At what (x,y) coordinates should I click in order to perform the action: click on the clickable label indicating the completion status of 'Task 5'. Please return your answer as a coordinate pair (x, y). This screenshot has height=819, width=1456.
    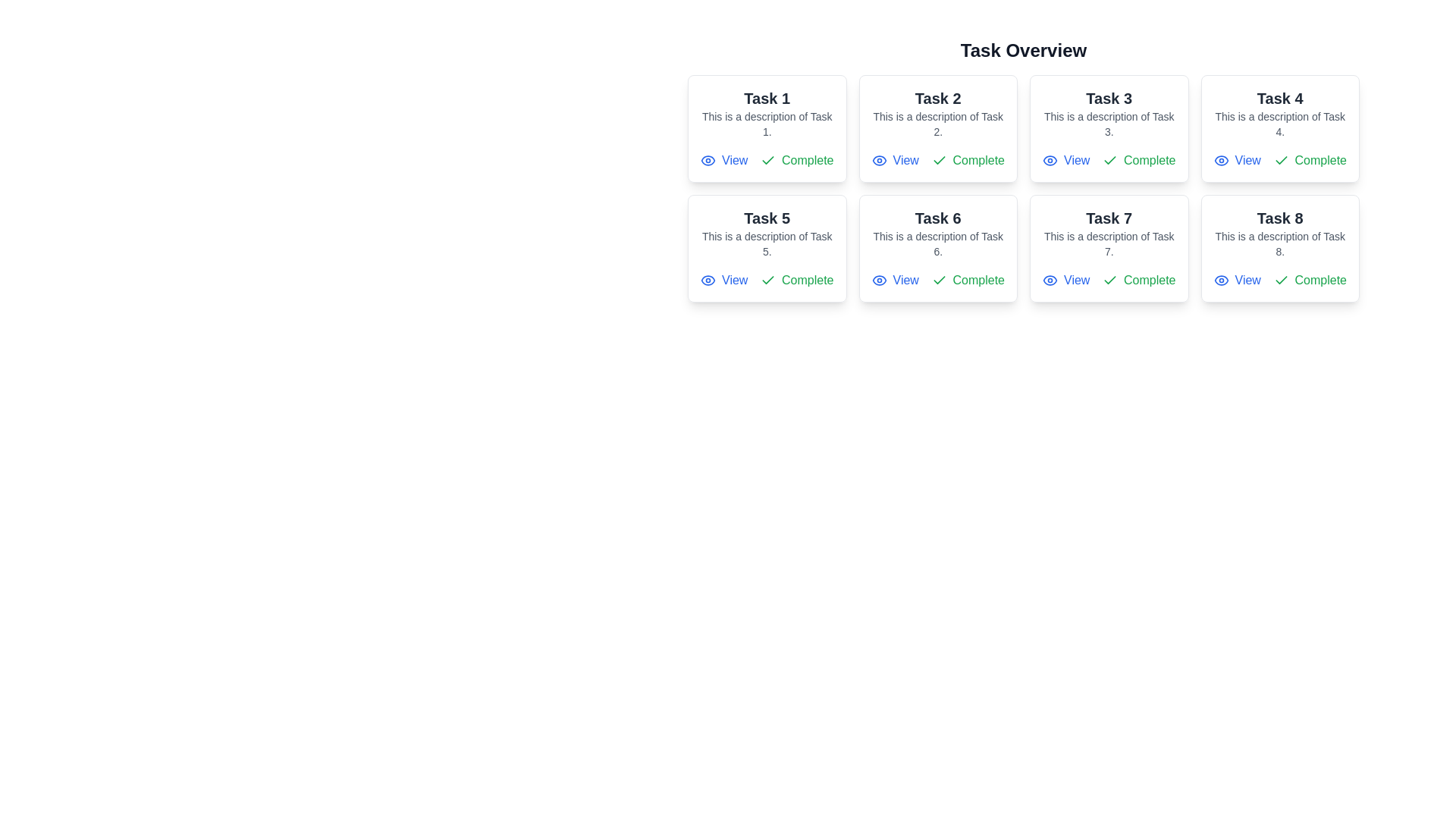
    Looking at the image, I should click on (796, 281).